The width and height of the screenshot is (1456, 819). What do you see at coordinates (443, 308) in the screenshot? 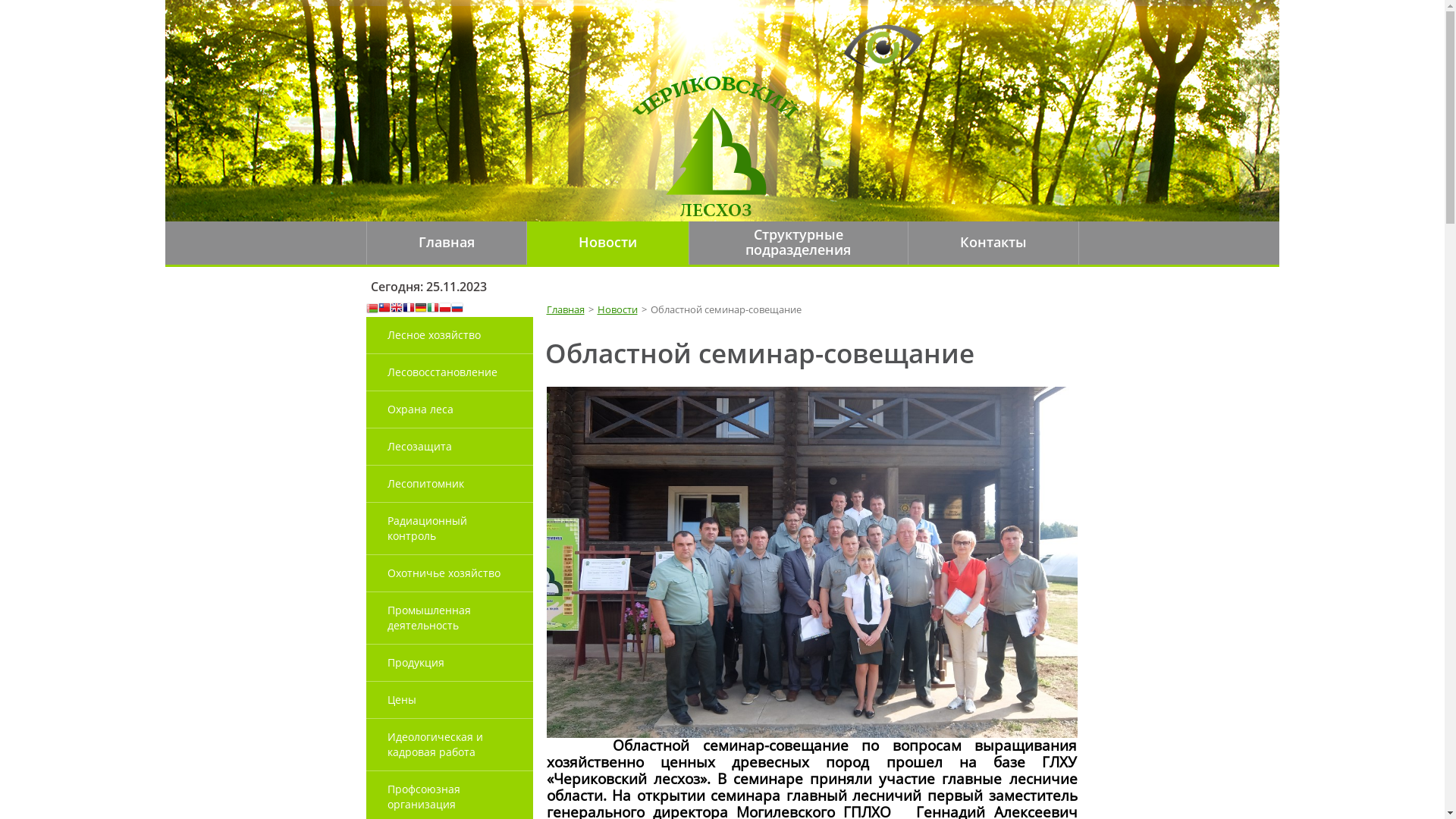
I see `'Polish'` at bounding box center [443, 308].